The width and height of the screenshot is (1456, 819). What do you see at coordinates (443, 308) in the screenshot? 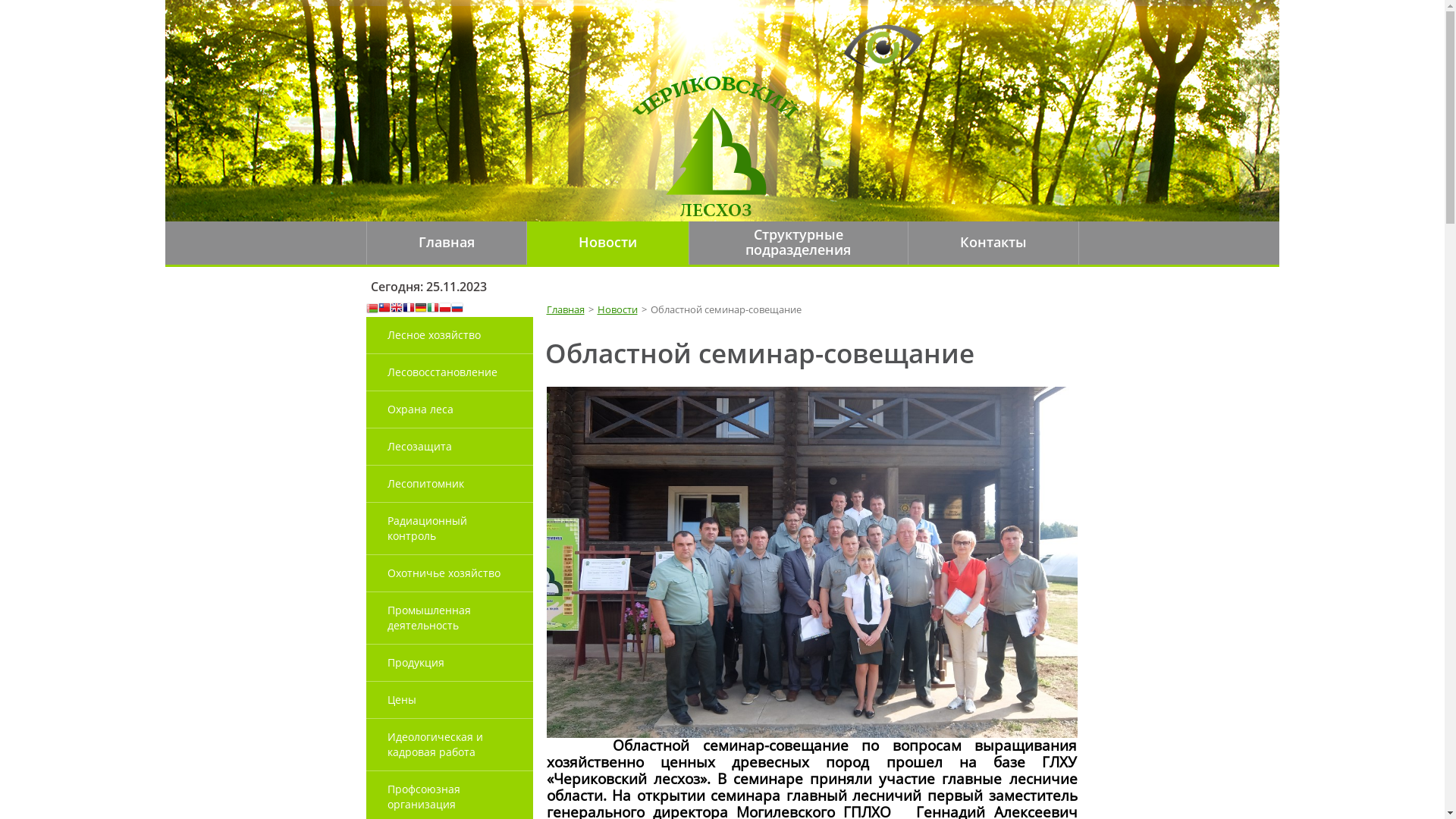
I see `'Polish'` at bounding box center [443, 308].